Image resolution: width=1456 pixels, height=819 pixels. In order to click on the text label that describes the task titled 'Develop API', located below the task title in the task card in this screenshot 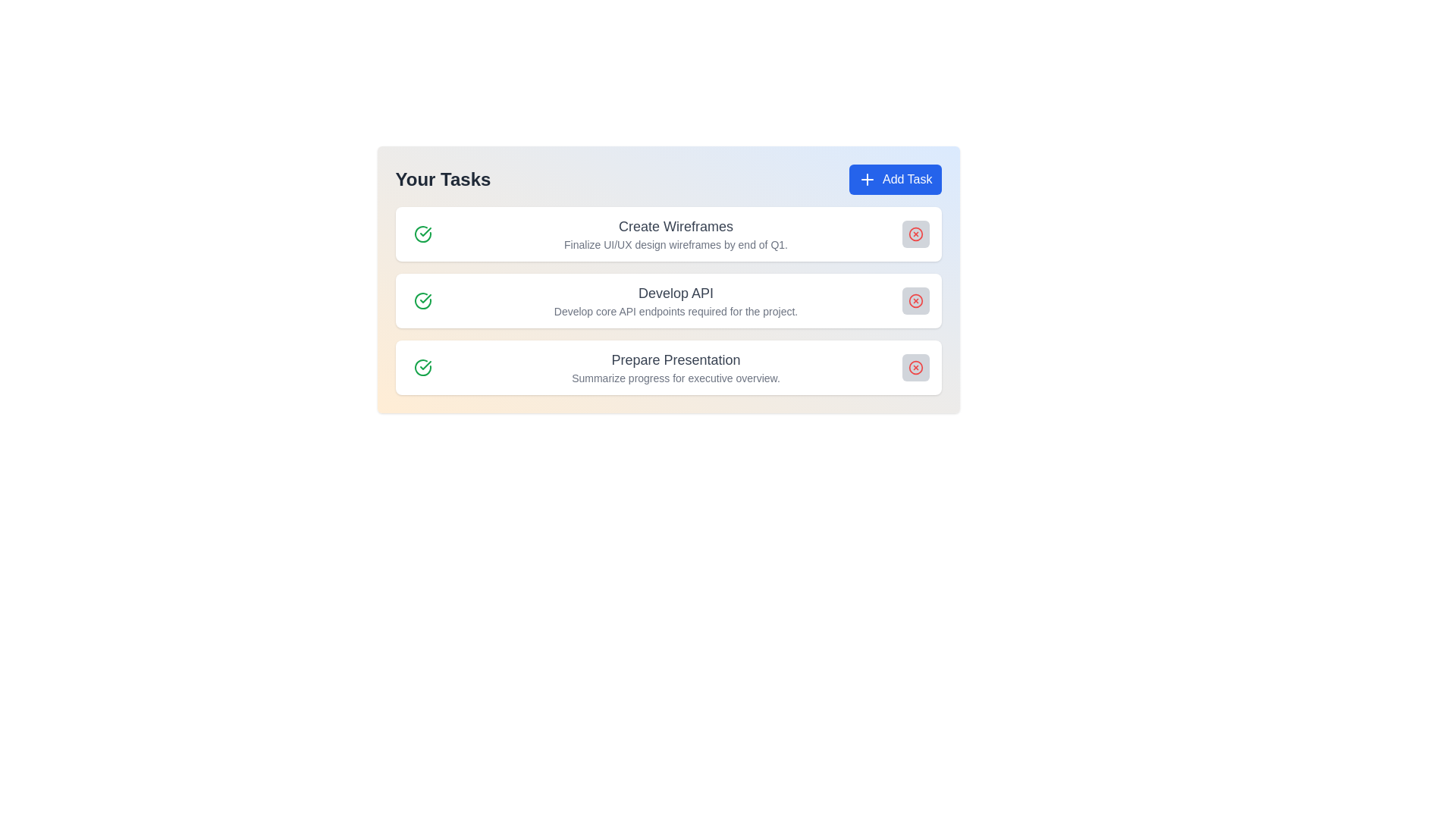, I will do `click(675, 311)`.